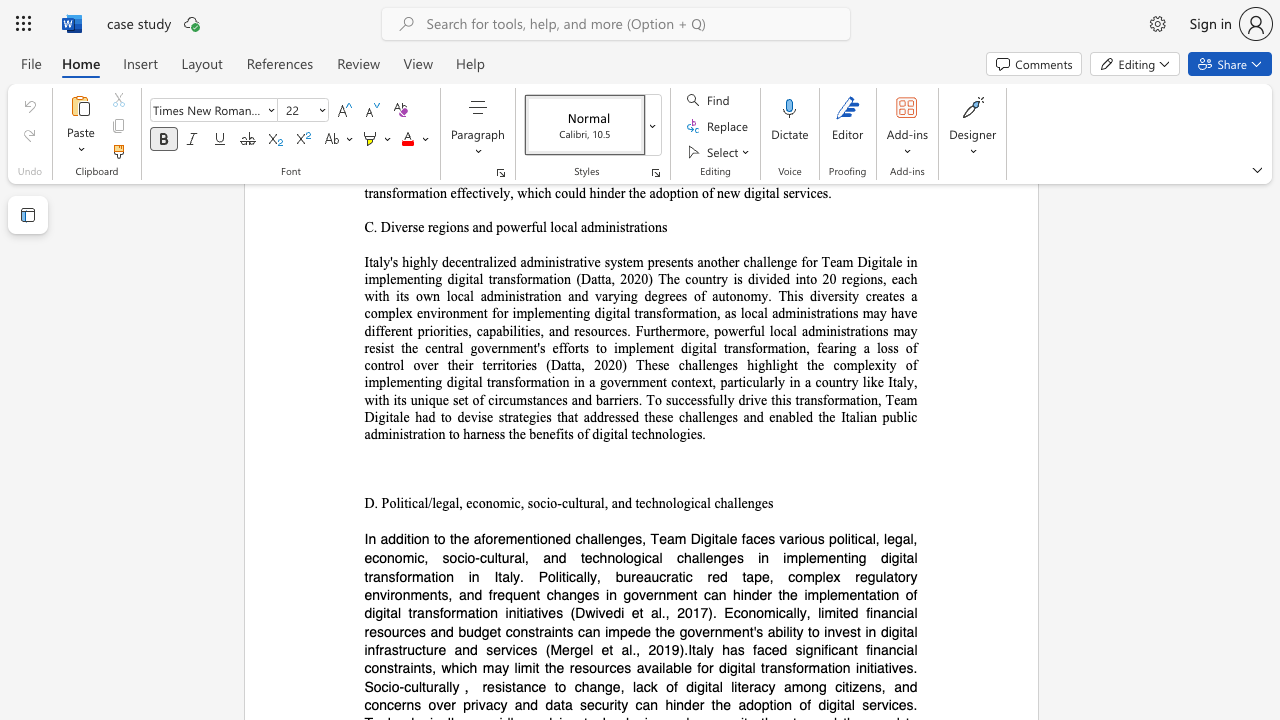 This screenshot has width=1280, height=720. I want to click on the subset text "forementioned challenges, Team Digitale faces various political, legal, economic, socio-cultural, and technological challenges in implementing digital transformation in Italy. Politically, bureaucratic red tape, complex regulatory environments, and frequent changes in government can hinder the imple" within the text "In addition to the aforementioned challenges, Team Digitale faces various political, legal, economic, socio-cultural, and technological challenges in implementing digital transformation in Italy. Politically, bureaucratic red tape, complex regulatory environments, and frequent changes in government can hinder the implementation of digital transformation initiatives (Dwivedi et al., 2017). Economically, limited financial resources and budget constraints can impede the government", so click(481, 537).